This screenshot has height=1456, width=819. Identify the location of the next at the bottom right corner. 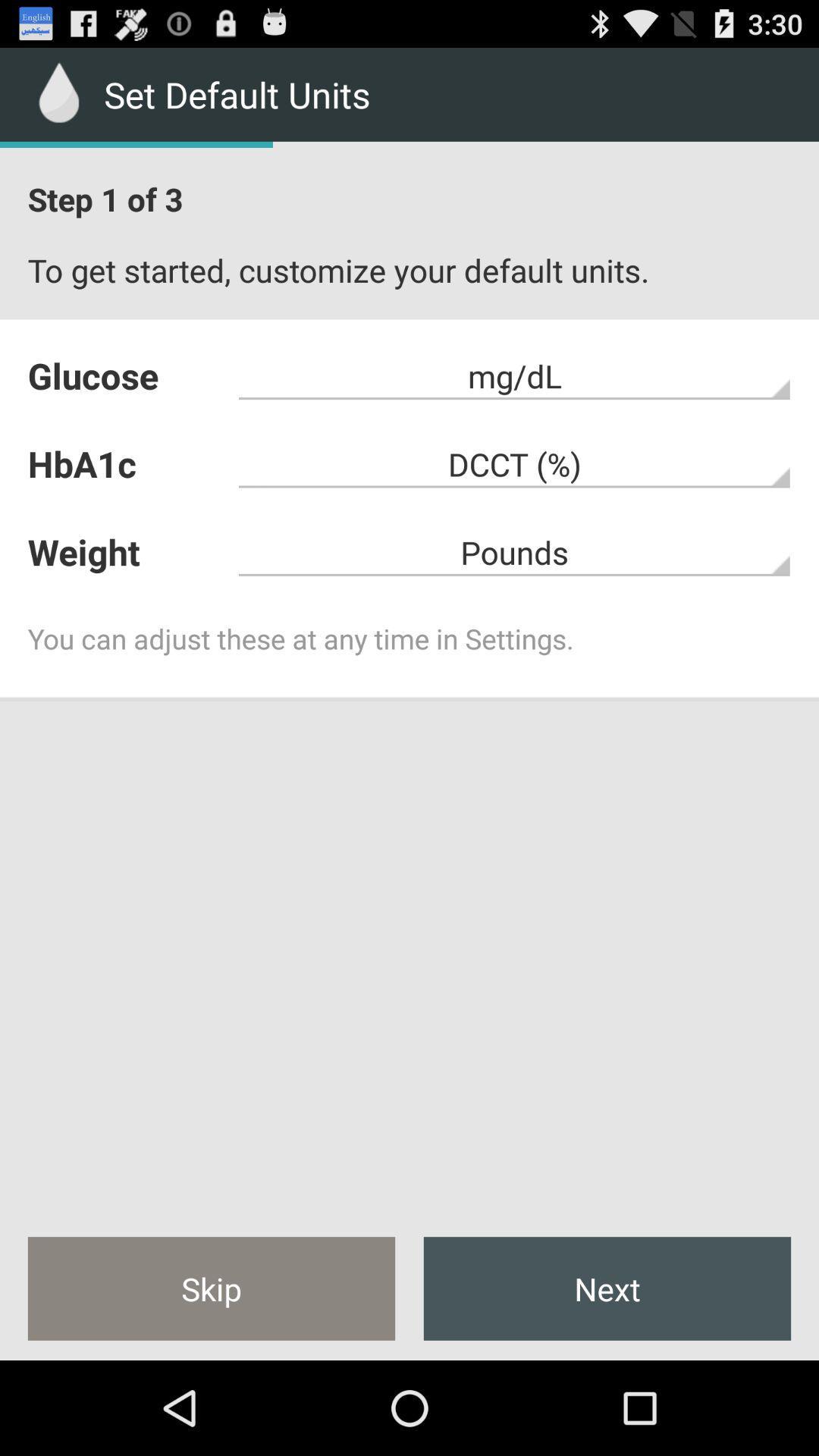
(607, 1288).